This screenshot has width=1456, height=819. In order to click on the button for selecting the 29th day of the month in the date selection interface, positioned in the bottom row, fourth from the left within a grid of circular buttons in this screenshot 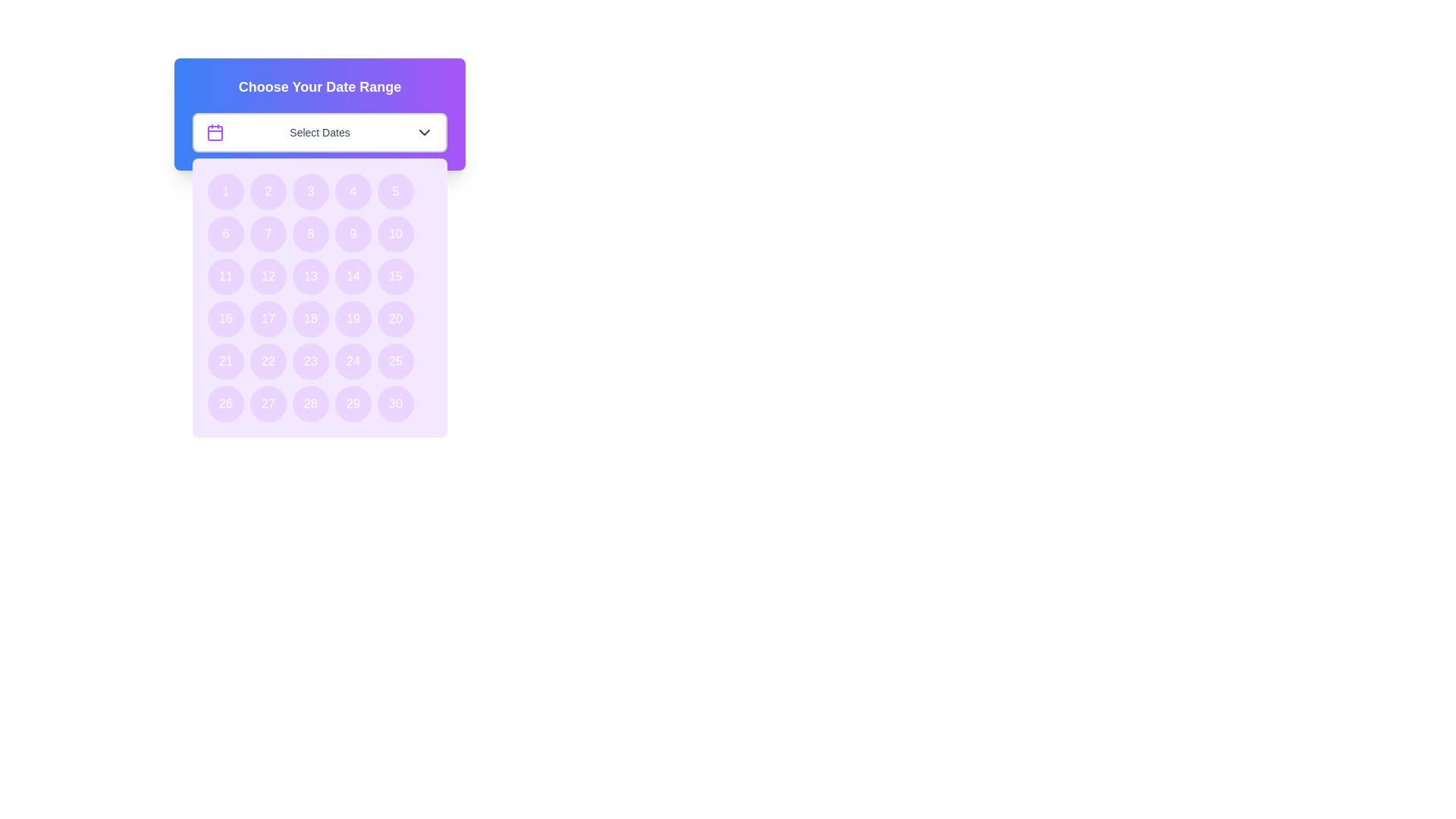, I will do `click(352, 403)`.